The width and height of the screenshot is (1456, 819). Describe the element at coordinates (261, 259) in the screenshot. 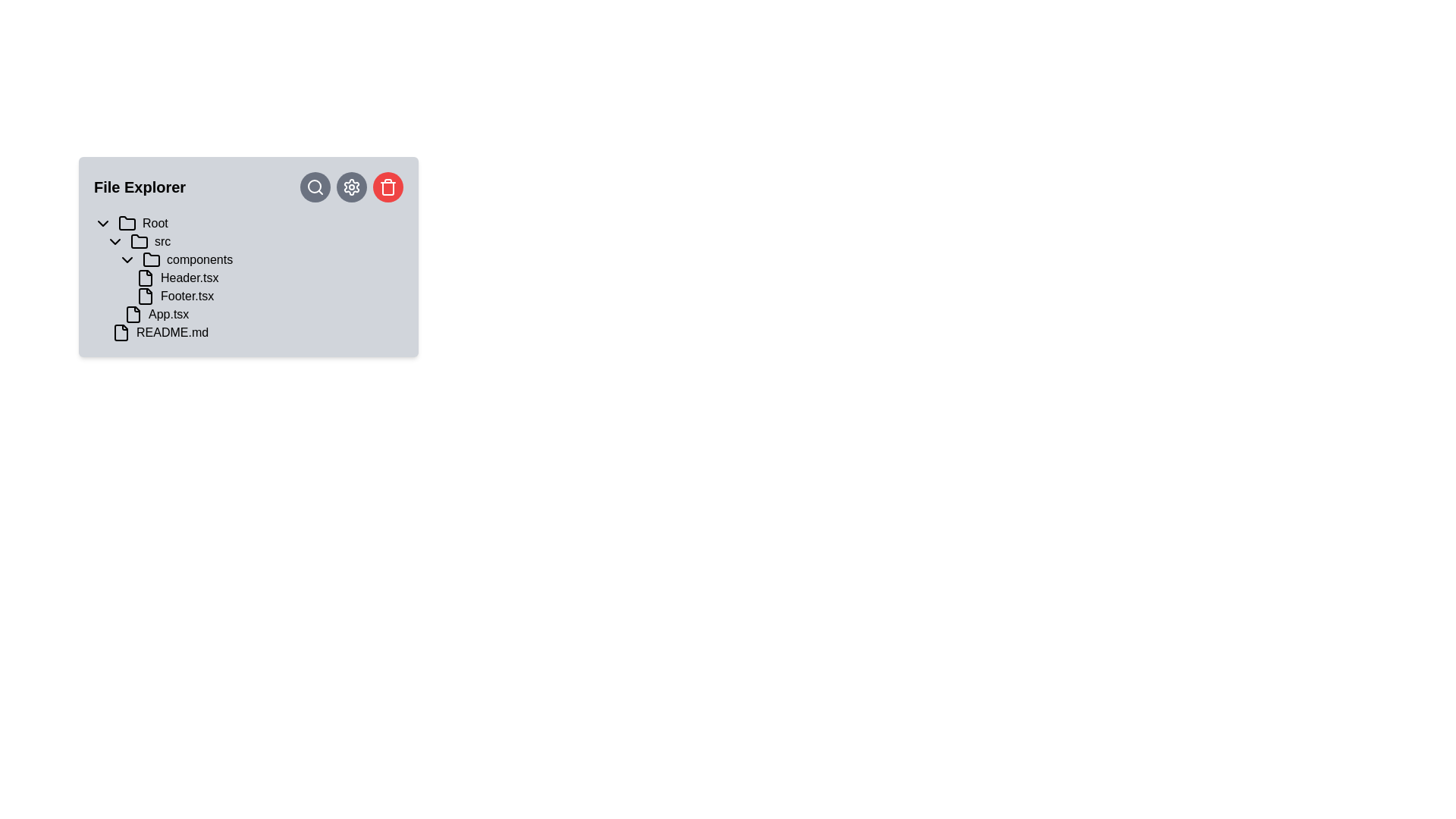

I see `the 'components' folder item in the left panel of the 'File Explorer'` at that location.